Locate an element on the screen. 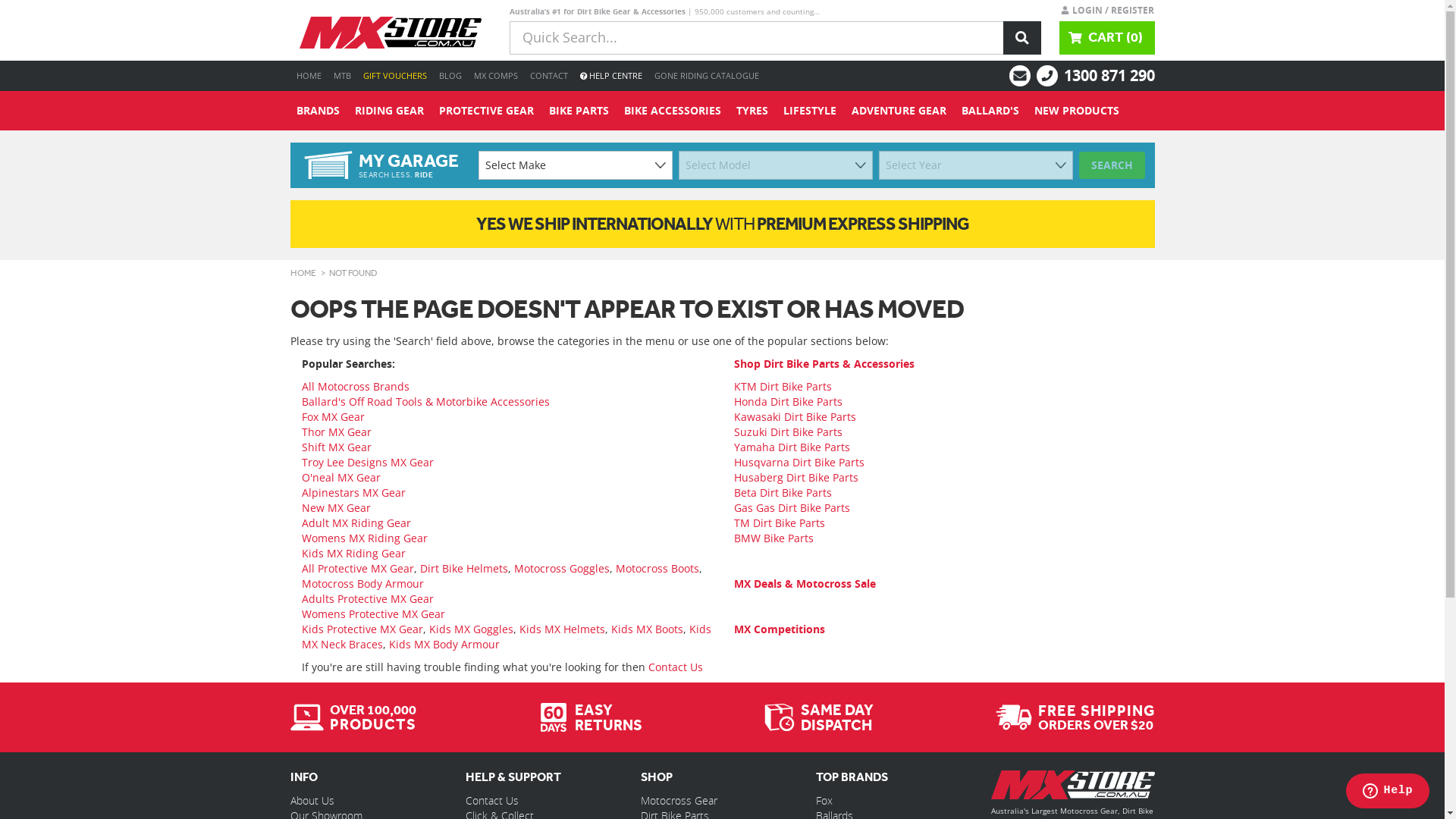 The image size is (1456, 819). 'Troy Lee Designs MX Gear' is located at coordinates (367, 461).